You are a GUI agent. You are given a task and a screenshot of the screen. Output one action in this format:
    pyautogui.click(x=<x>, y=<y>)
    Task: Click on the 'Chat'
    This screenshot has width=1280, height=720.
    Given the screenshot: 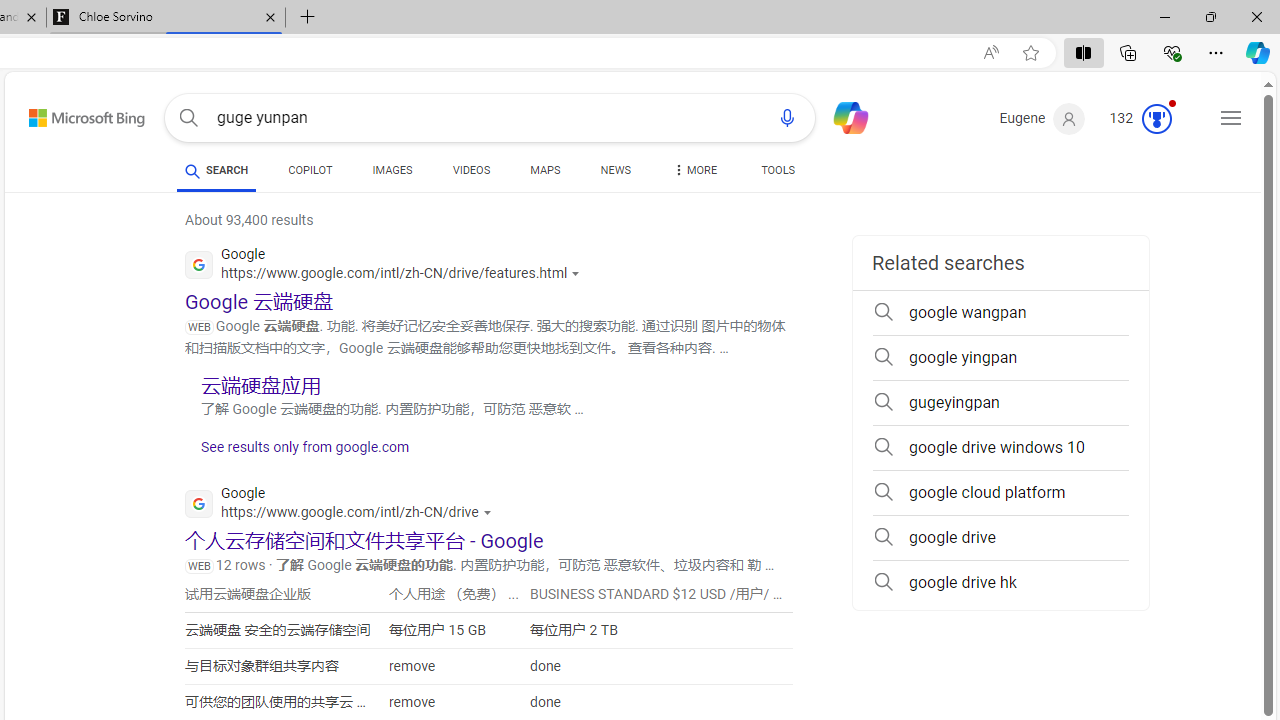 What is the action you would take?
    pyautogui.click(x=842, y=116)
    